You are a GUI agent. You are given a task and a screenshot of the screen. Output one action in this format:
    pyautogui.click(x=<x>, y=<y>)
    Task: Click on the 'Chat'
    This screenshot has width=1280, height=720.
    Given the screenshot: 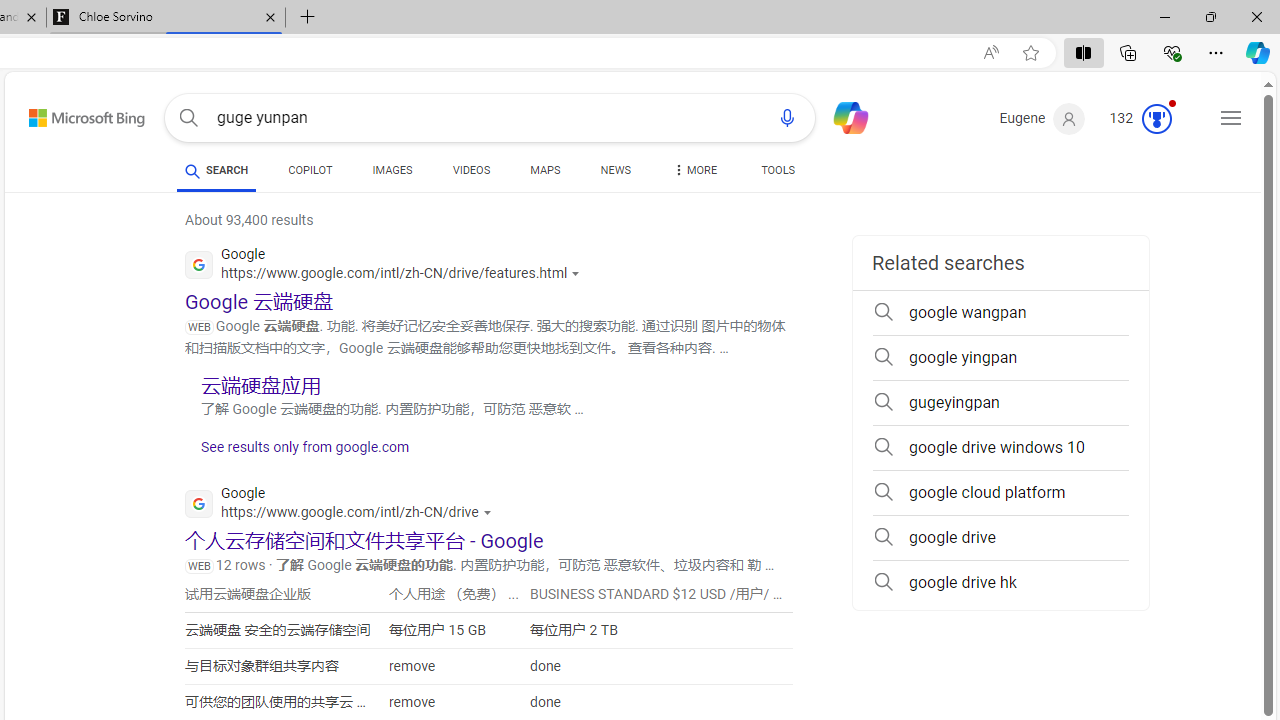 What is the action you would take?
    pyautogui.click(x=842, y=116)
    